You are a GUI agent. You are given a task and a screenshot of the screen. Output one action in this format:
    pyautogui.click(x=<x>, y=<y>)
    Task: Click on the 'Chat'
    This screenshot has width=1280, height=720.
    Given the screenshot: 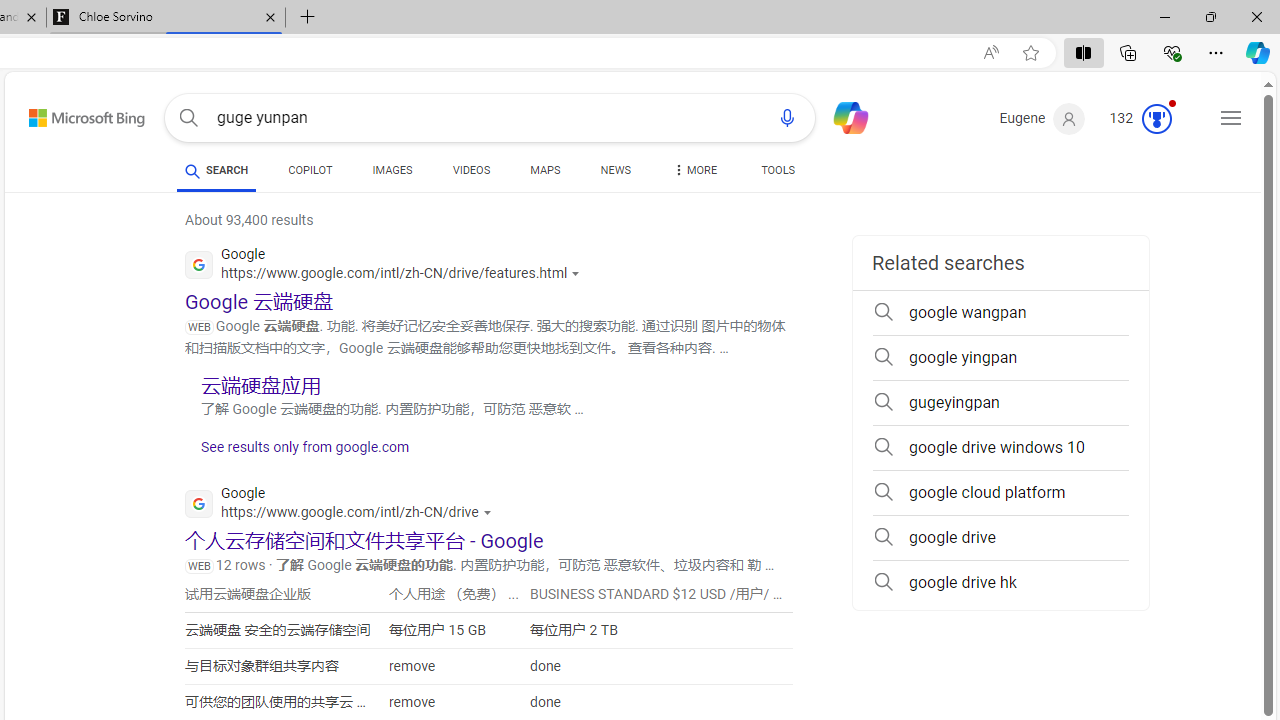 What is the action you would take?
    pyautogui.click(x=842, y=116)
    